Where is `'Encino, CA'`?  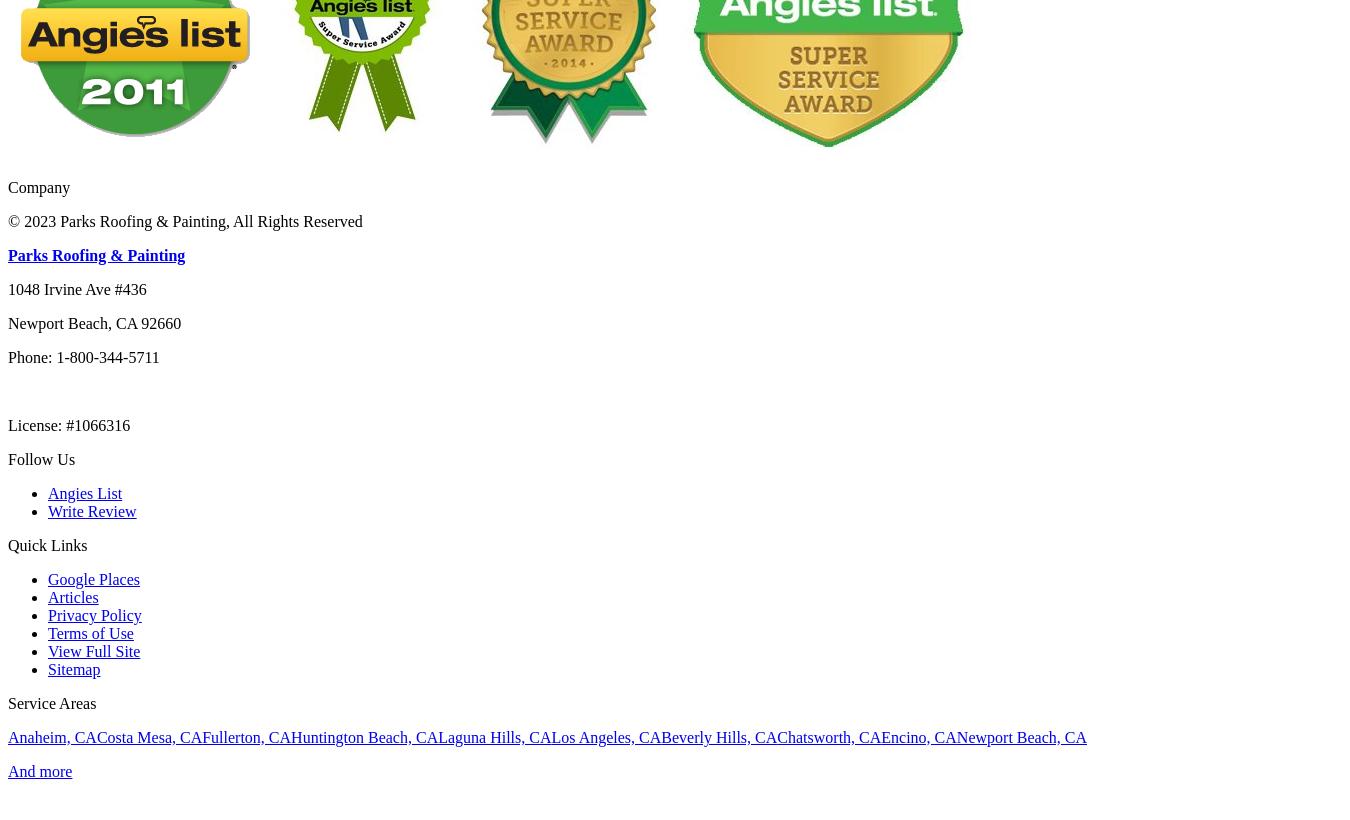
'Encino, CA' is located at coordinates (917, 735).